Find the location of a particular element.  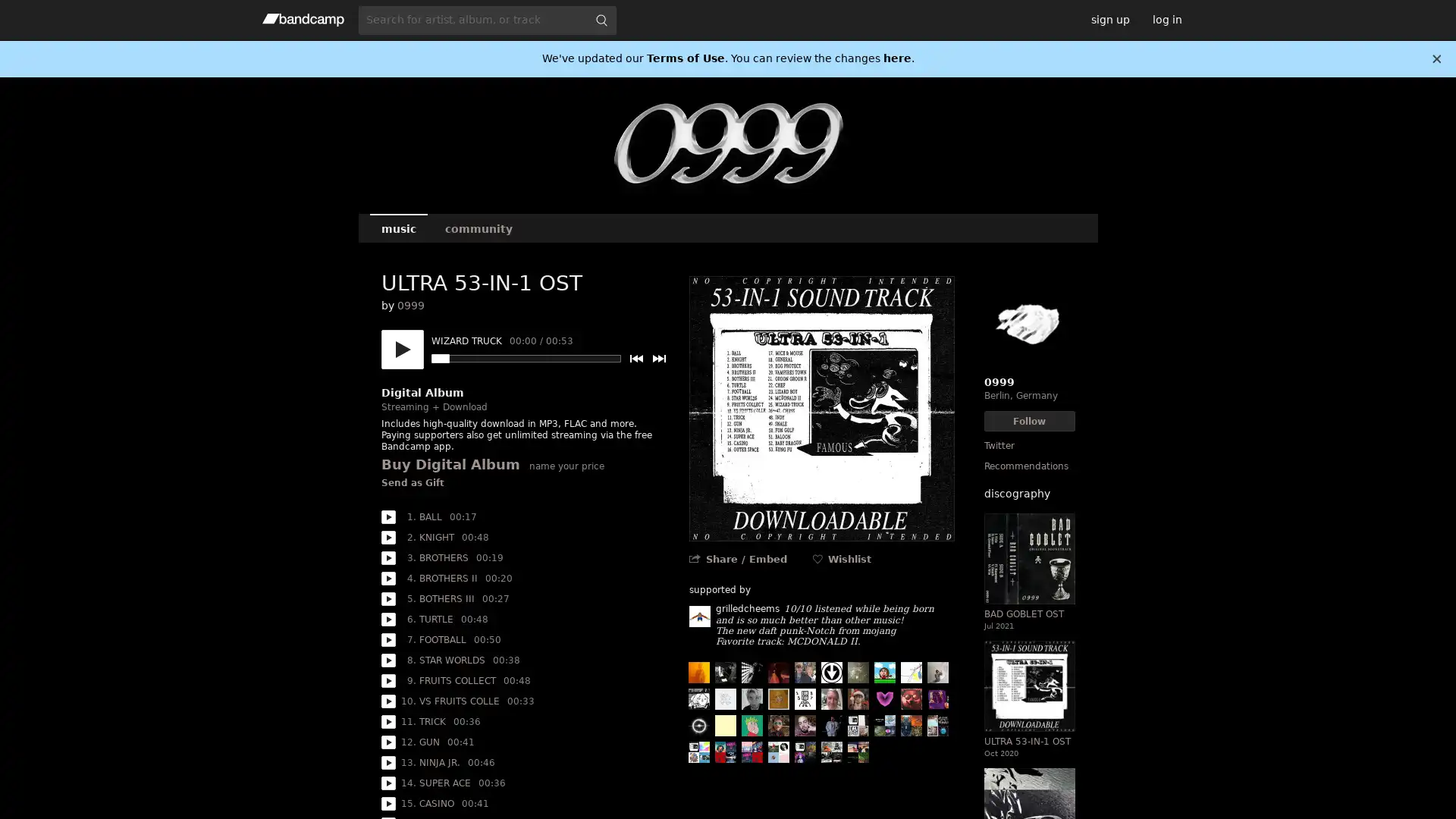

Send as Gift is located at coordinates (412, 483).